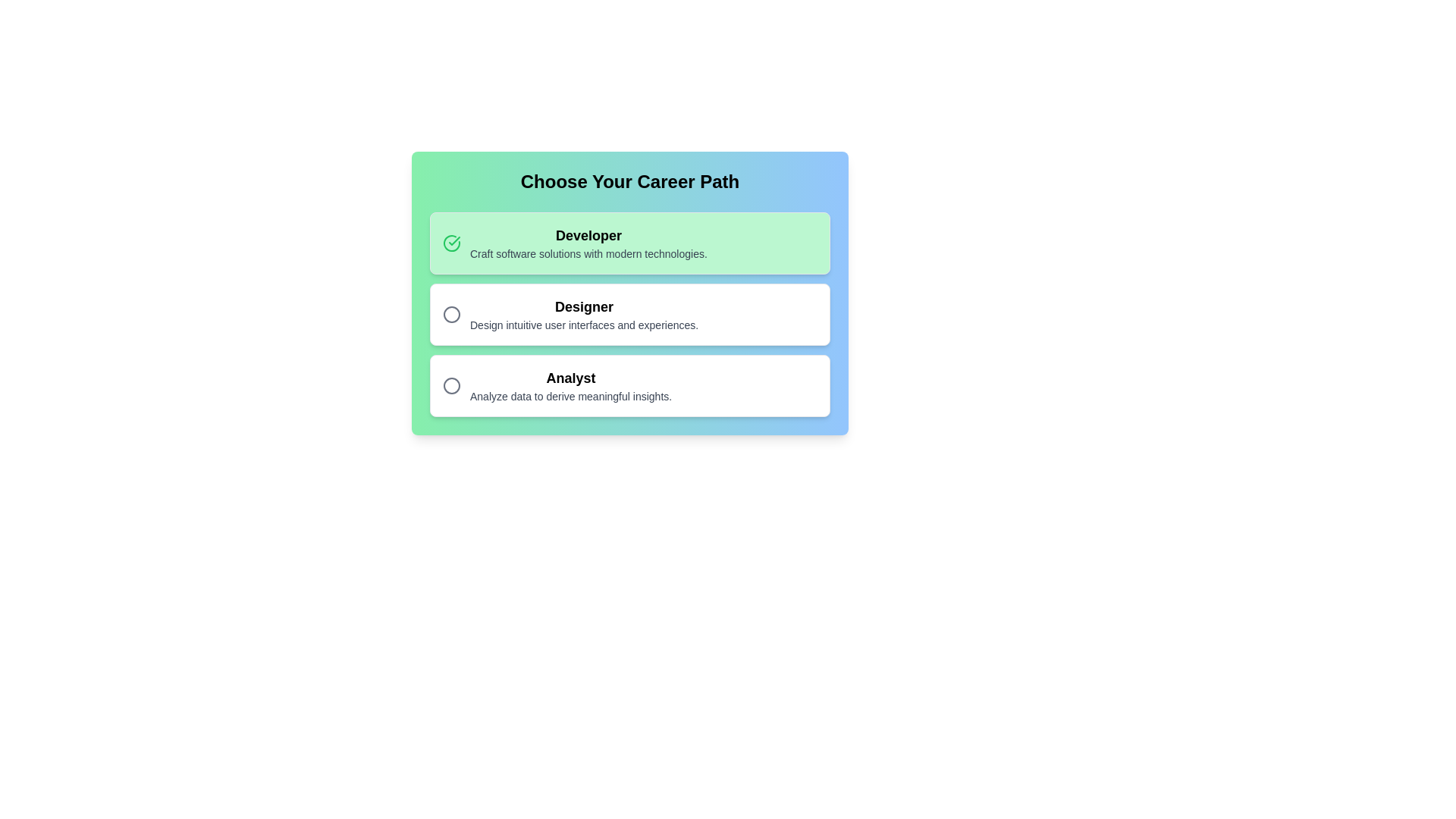  Describe the element at coordinates (588, 236) in the screenshot. I see `the 'Developer' text label, which is prominently displayed in bold font above the supporting text within a green rounded rectangle` at that location.